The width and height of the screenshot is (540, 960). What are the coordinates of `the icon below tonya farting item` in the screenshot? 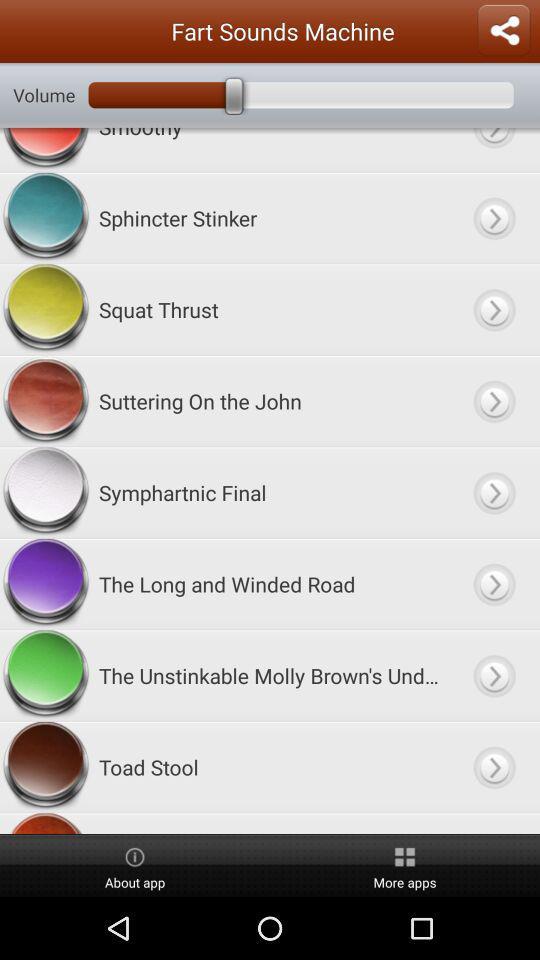 It's located at (405, 865).